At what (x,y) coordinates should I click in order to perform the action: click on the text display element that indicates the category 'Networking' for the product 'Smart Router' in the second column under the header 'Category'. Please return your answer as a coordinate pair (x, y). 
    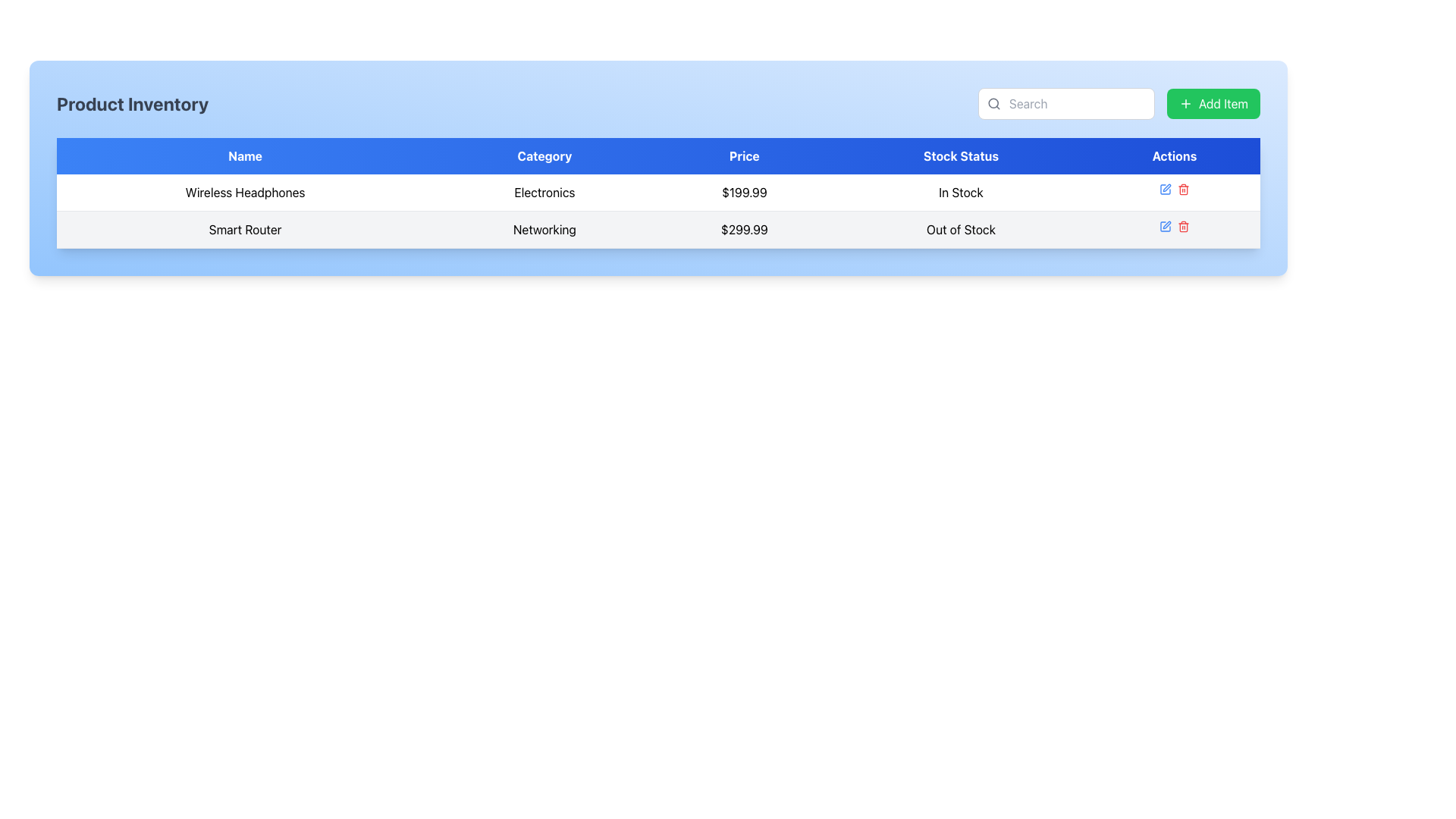
    Looking at the image, I should click on (544, 230).